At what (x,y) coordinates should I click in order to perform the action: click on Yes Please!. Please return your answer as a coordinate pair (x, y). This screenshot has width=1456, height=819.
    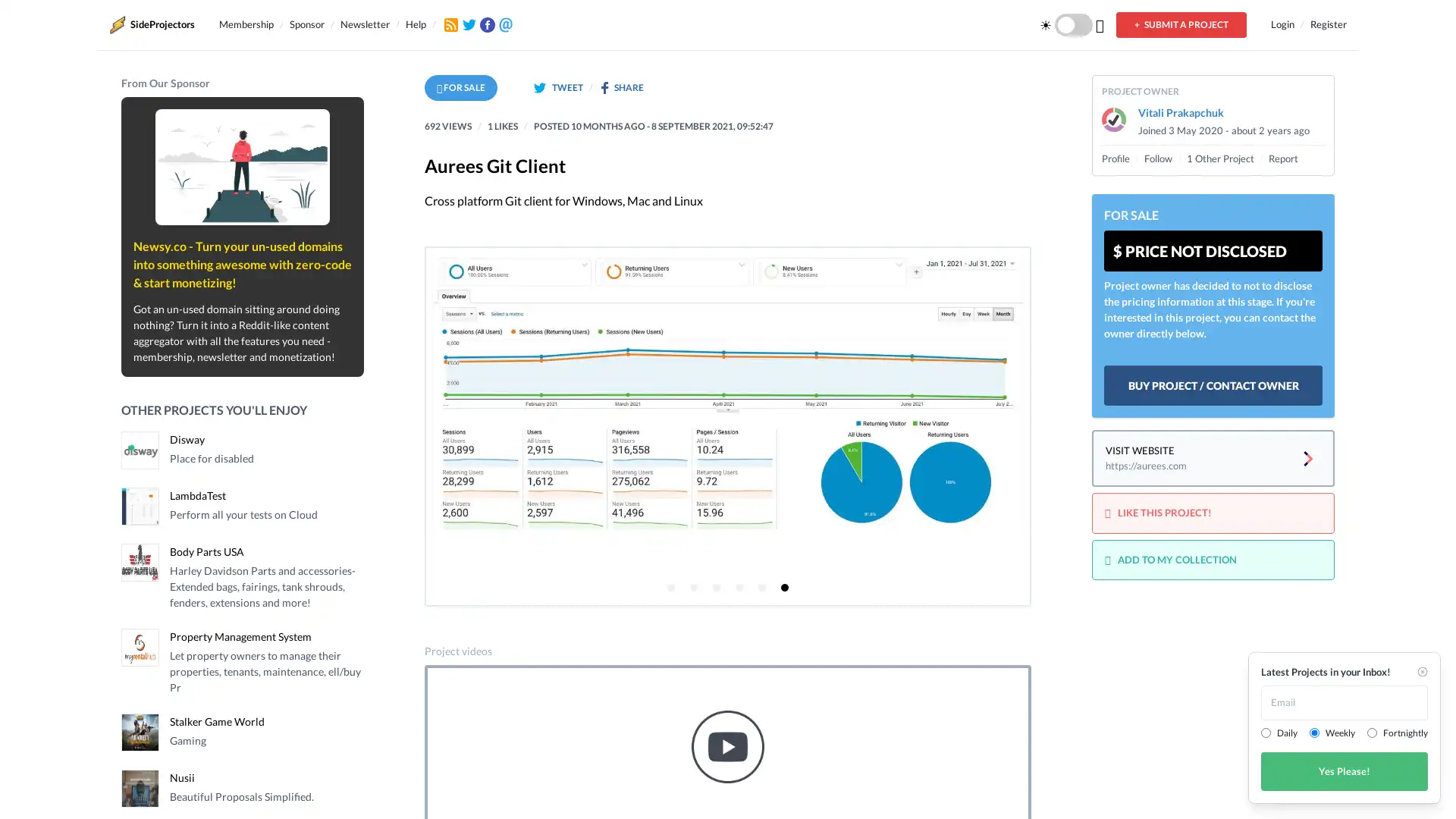
    Looking at the image, I should click on (1344, 771).